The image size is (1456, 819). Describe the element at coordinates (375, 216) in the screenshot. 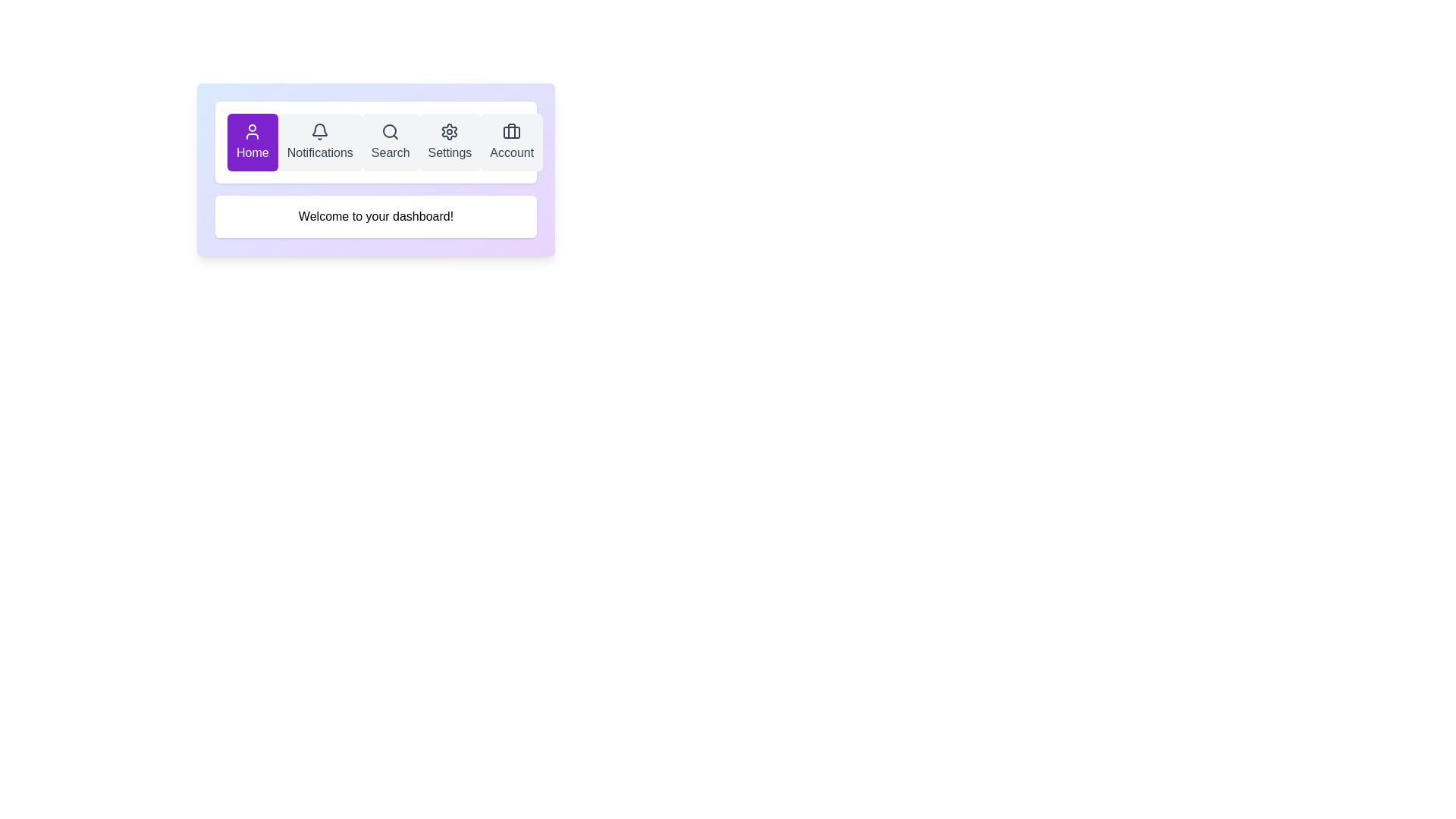

I see `the text label displaying 'Welcome to your dashboard!' which is centered within a white rounded rectangle card` at that location.